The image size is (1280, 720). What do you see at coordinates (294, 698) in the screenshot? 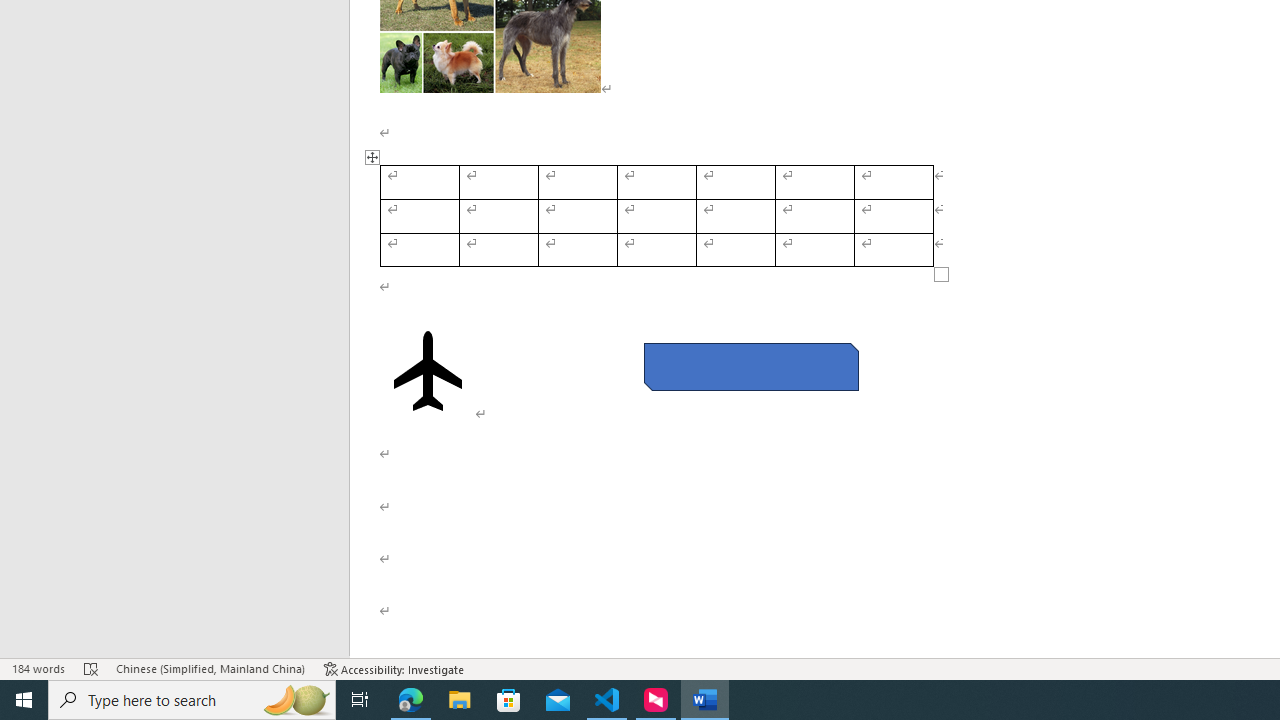
I see `'Search highlights icon opens search home window'` at bounding box center [294, 698].